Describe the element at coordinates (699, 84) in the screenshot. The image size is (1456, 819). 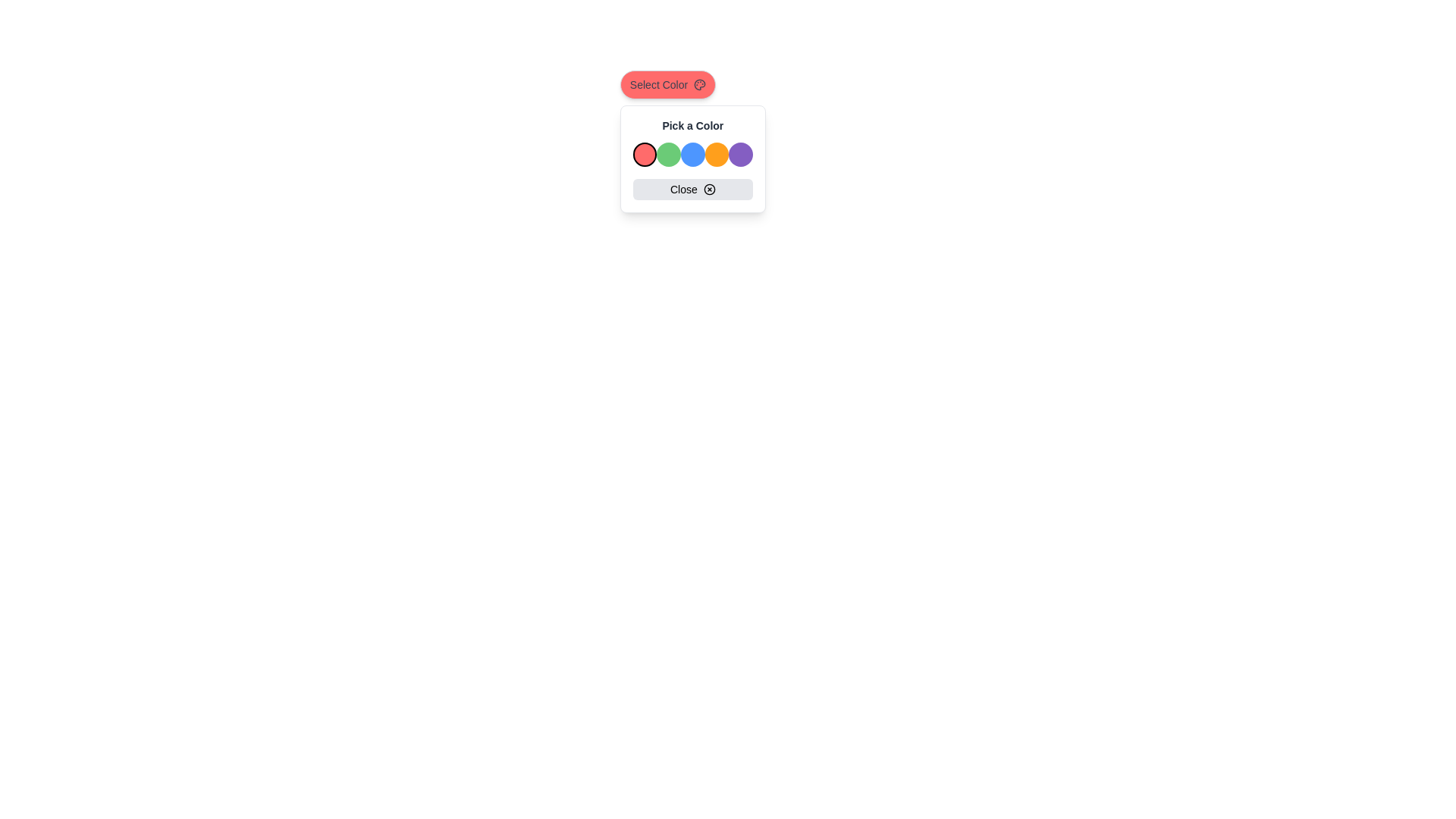
I see `the colorful palette icon located next to the 'Select Color' label in the interface` at that location.